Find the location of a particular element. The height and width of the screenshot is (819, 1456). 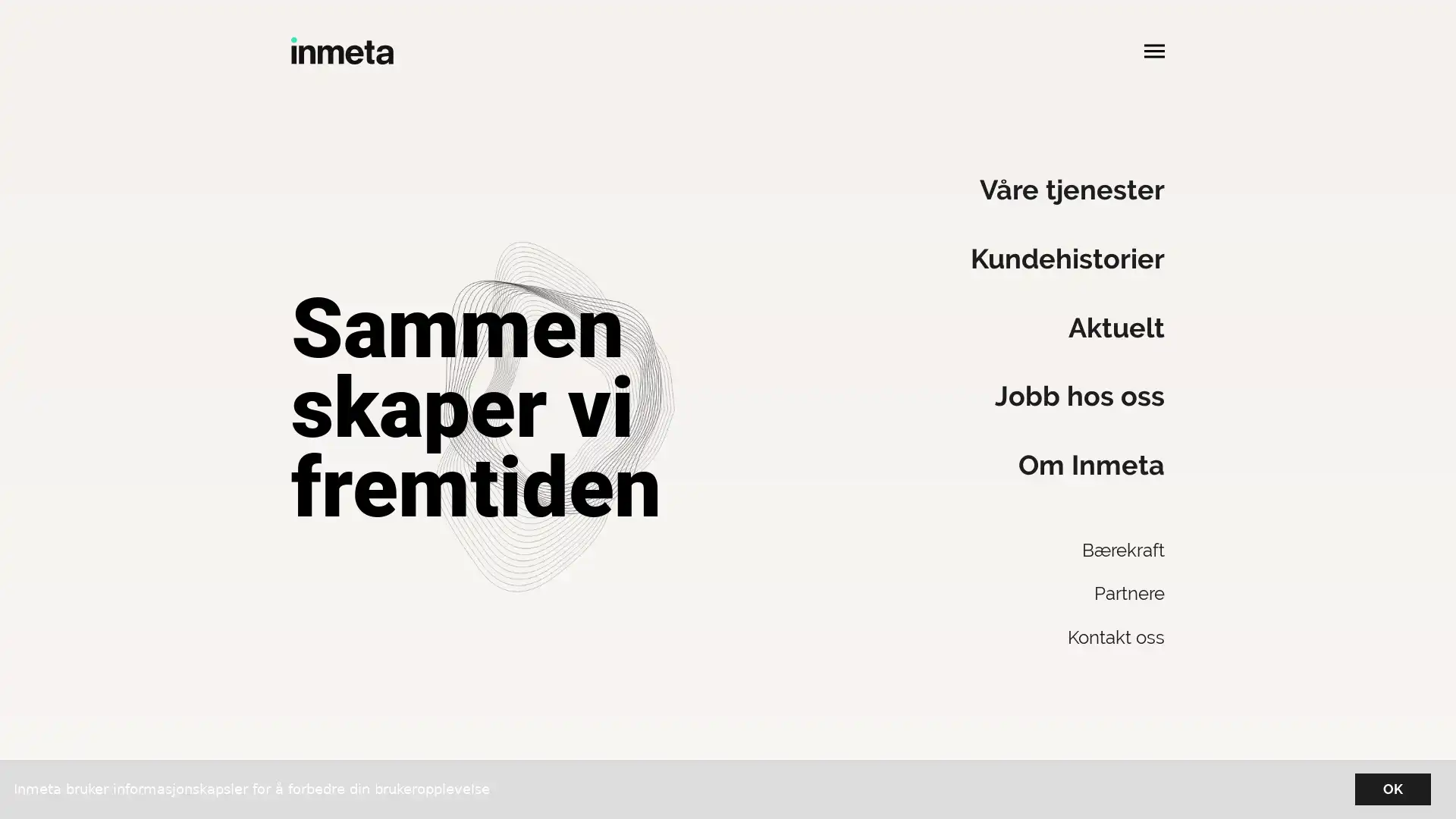

Apne hovedmeny is located at coordinates (1153, 55).